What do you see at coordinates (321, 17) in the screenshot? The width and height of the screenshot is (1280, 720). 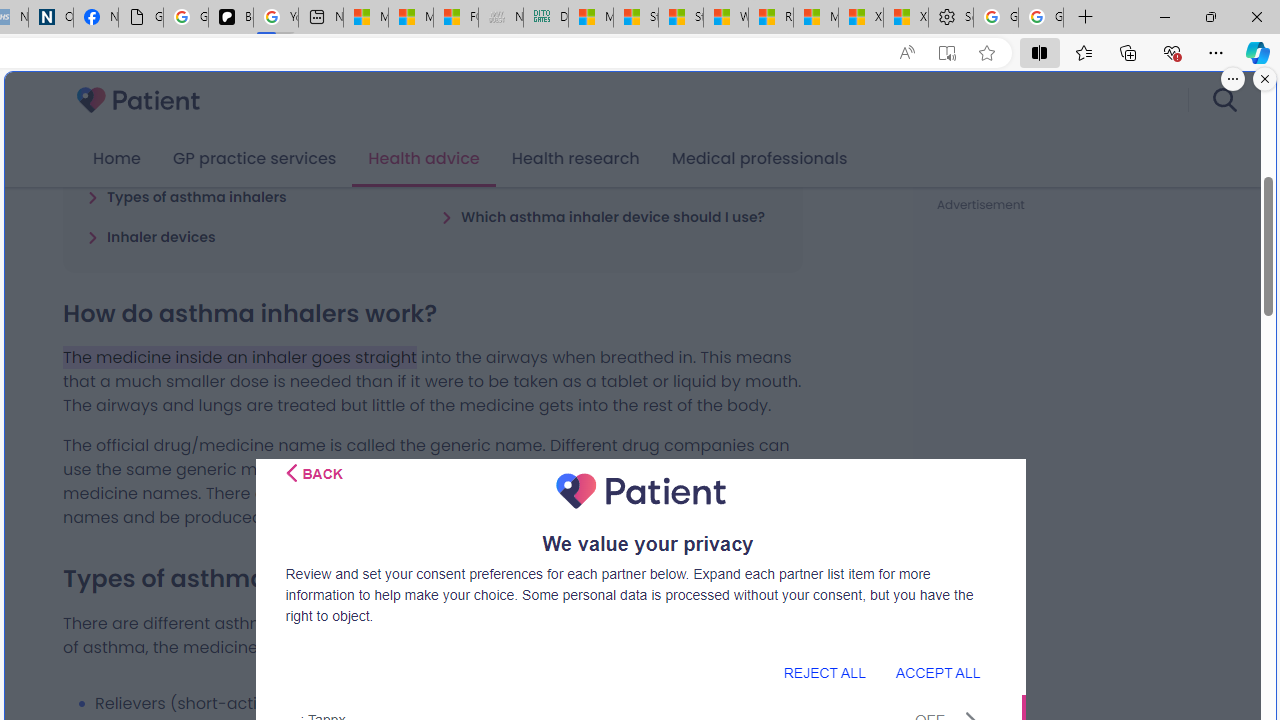 I see `'New tab'` at bounding box center [321, 17].